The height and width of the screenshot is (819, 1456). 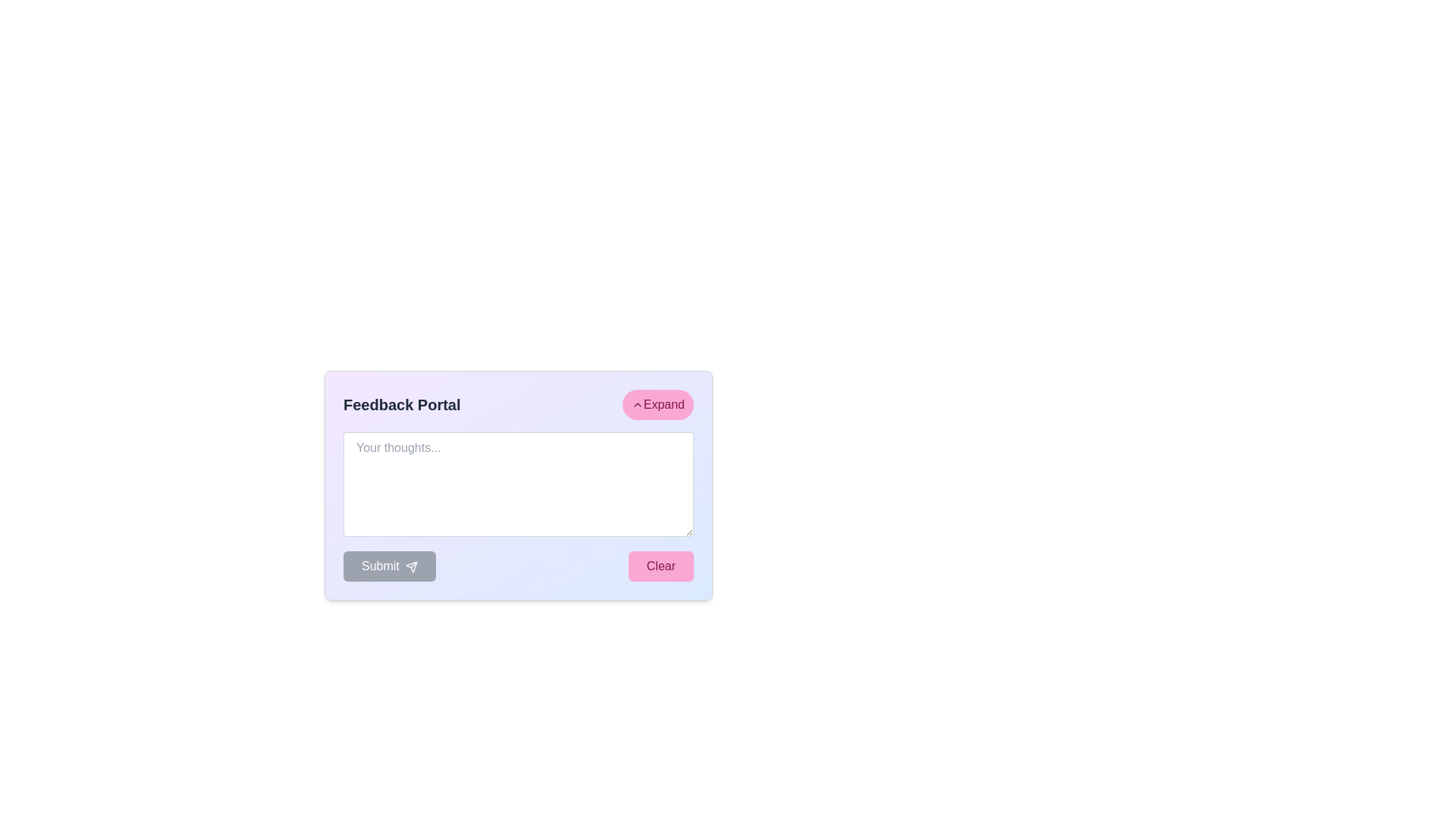 What do you see at coordinates (661, 566) in the screenshot?
I see `the 'Clear' button located at the bottom-right corner of the feedback form to reset the form fields` at bounding box center [661, 566].